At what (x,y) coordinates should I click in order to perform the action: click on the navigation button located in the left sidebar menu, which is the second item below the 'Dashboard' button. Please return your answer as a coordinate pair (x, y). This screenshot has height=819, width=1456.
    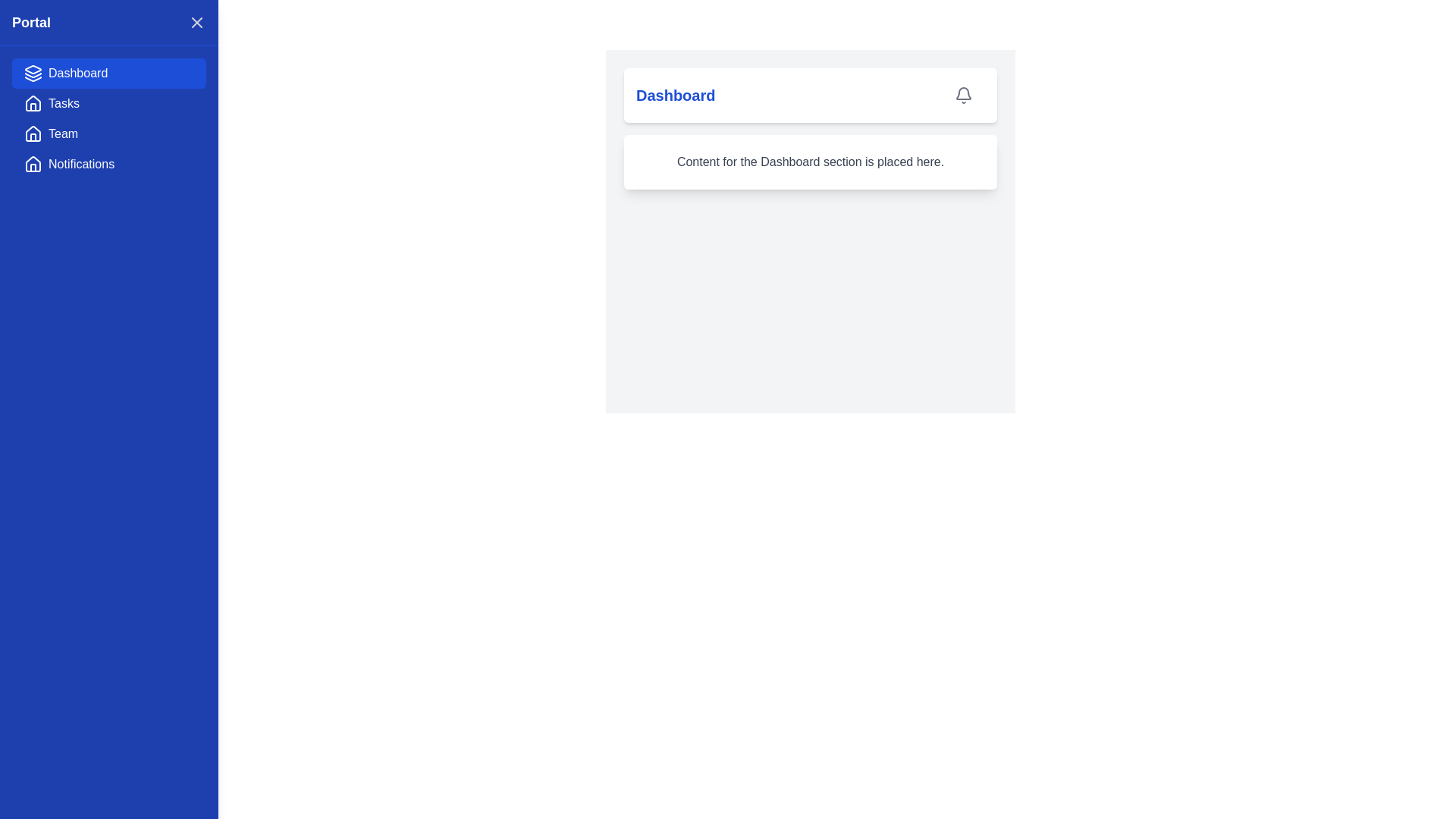
    Looking at the image, I should click on (108, 103).